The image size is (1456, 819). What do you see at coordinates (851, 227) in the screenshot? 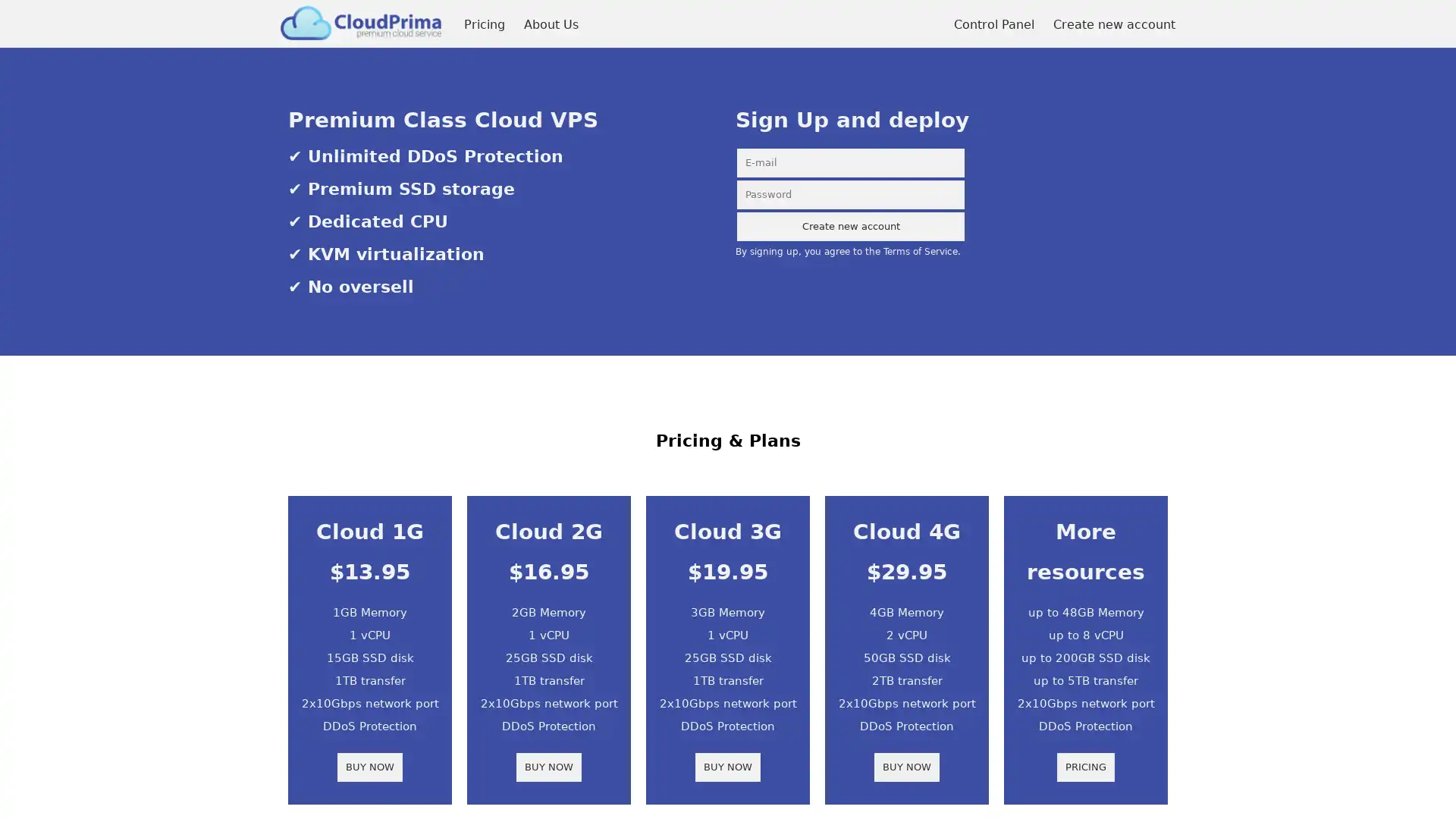
I see `Create new account` at bounding box center [851, 227].